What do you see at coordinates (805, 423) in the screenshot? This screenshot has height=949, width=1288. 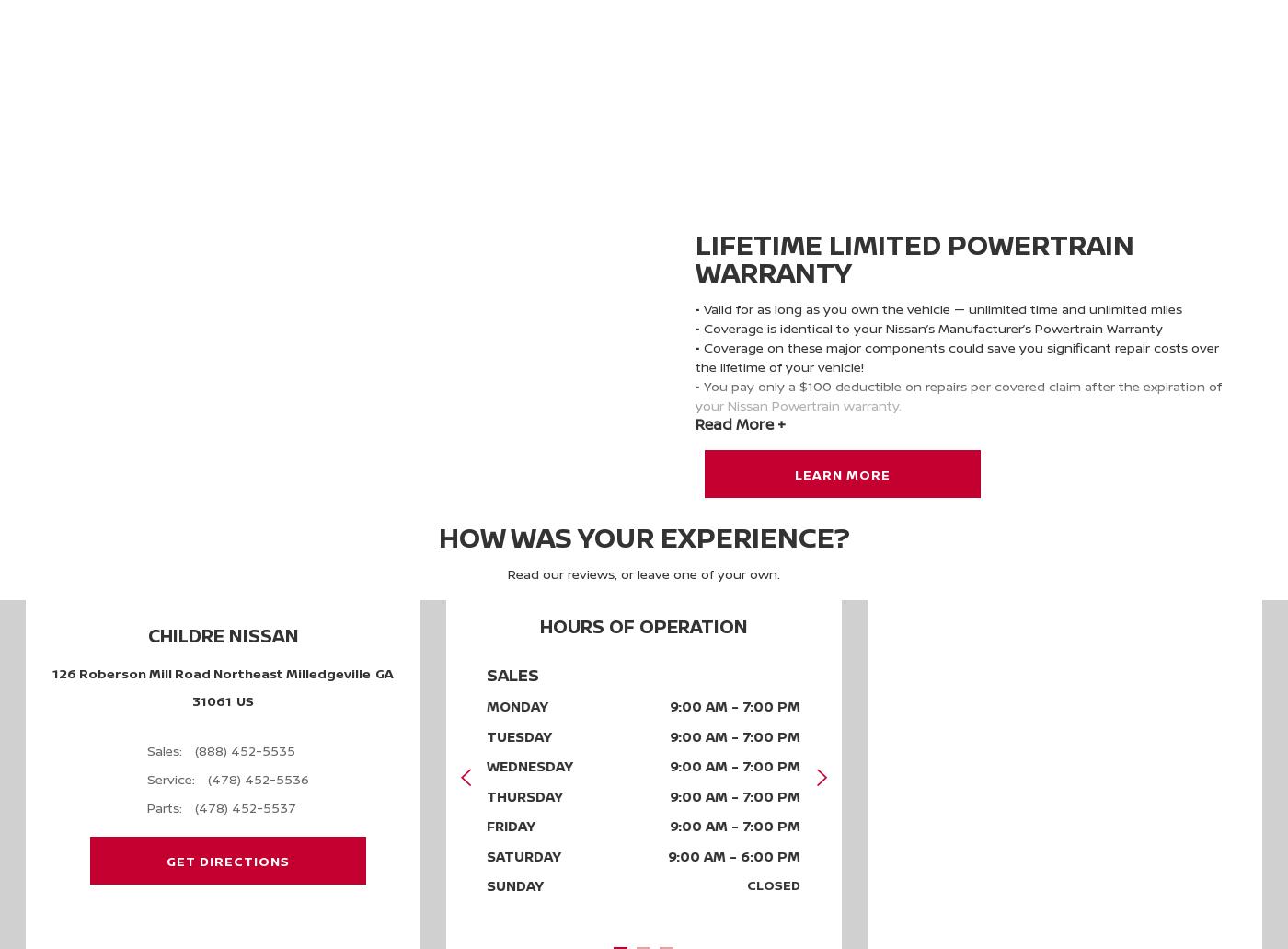 I see `'• Coverage extends across the USA'` at bounding box center [805, 423].